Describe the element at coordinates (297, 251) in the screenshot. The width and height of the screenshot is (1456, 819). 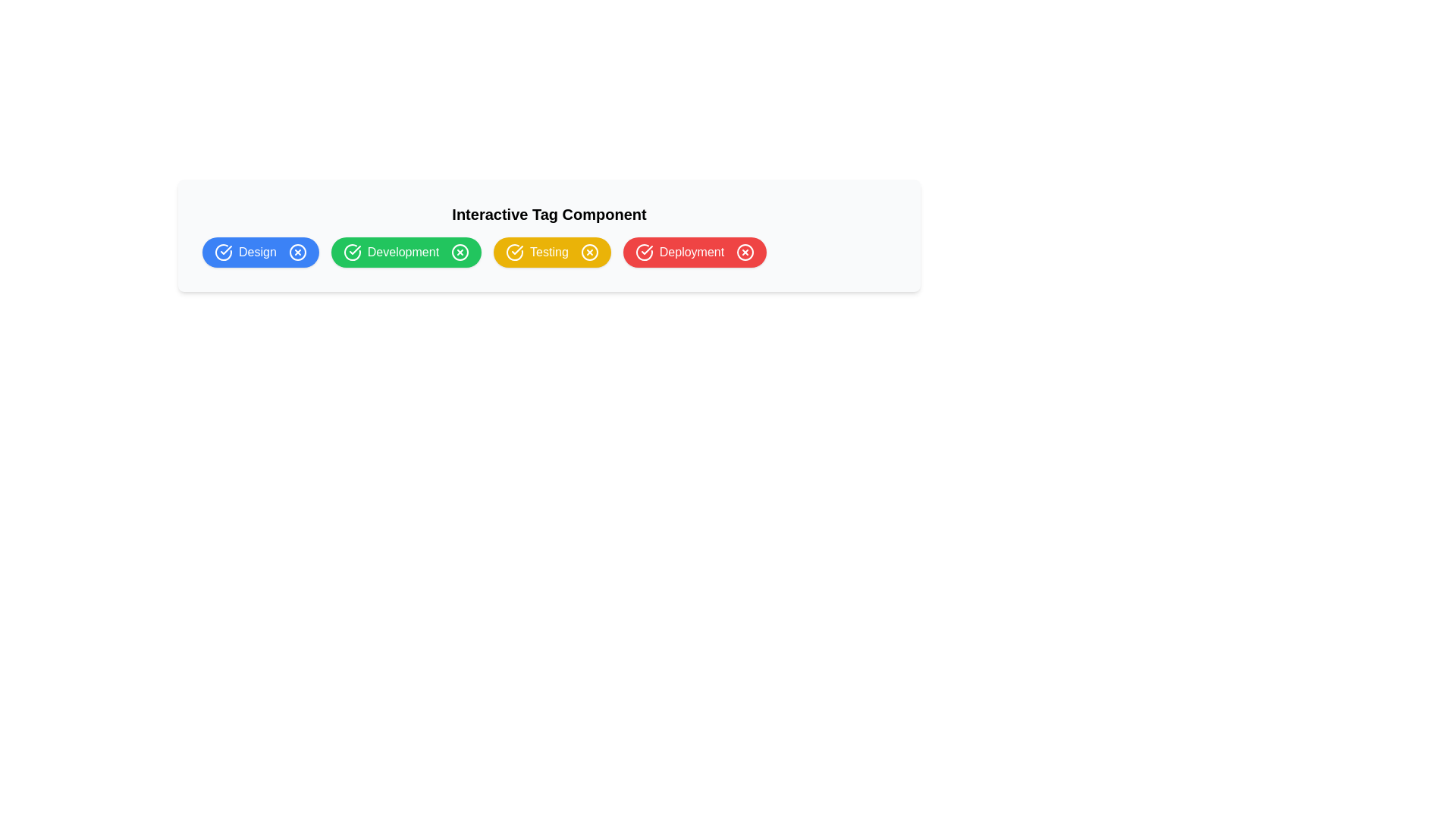
I see `the circular icon that is part of the 'Design' tag, which is the first tag in a series of horizontally arranged tags, indicating a close or cancel action` at that location.